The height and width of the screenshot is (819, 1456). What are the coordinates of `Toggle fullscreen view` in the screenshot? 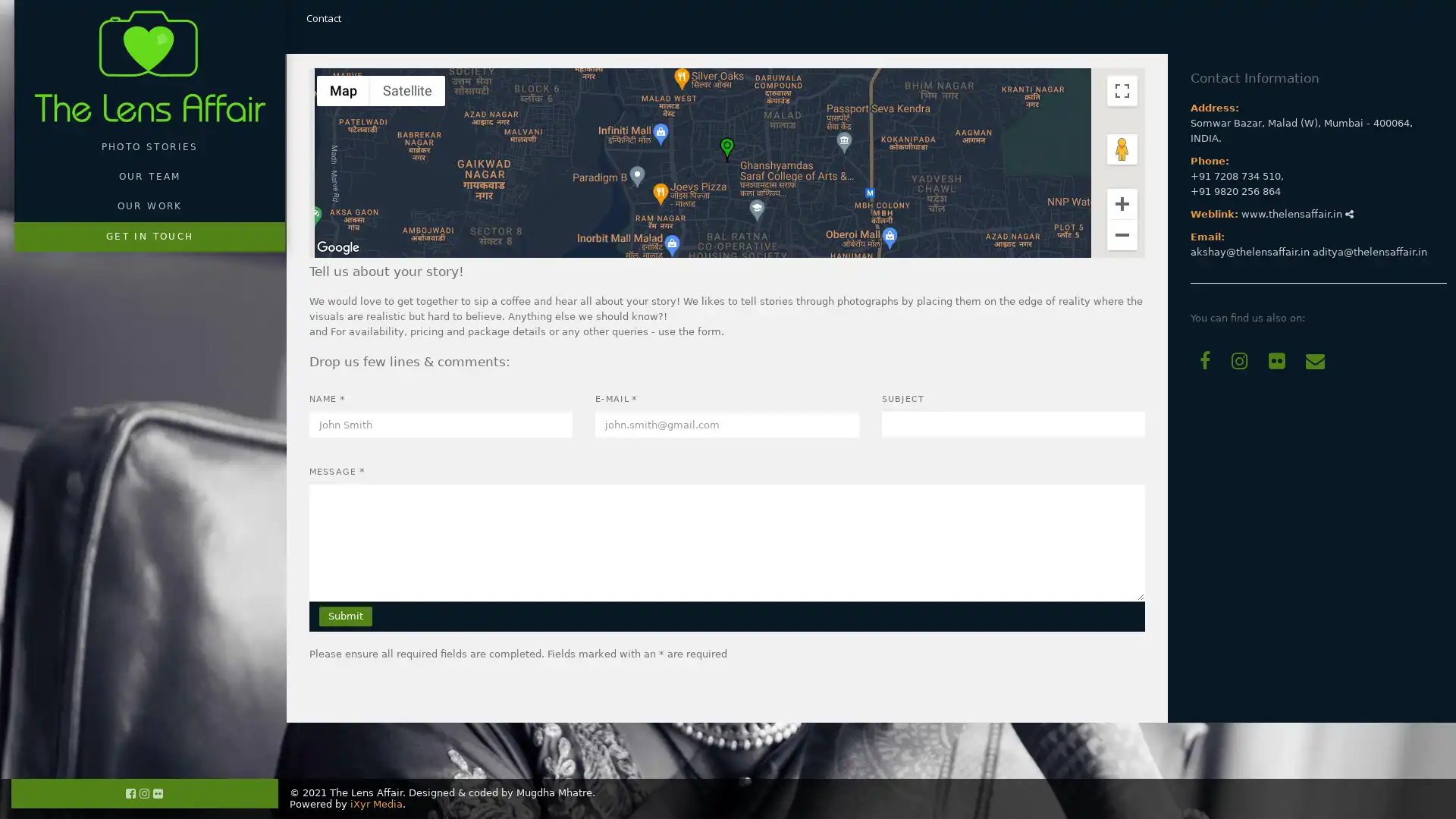 It's located at (1122, 90).